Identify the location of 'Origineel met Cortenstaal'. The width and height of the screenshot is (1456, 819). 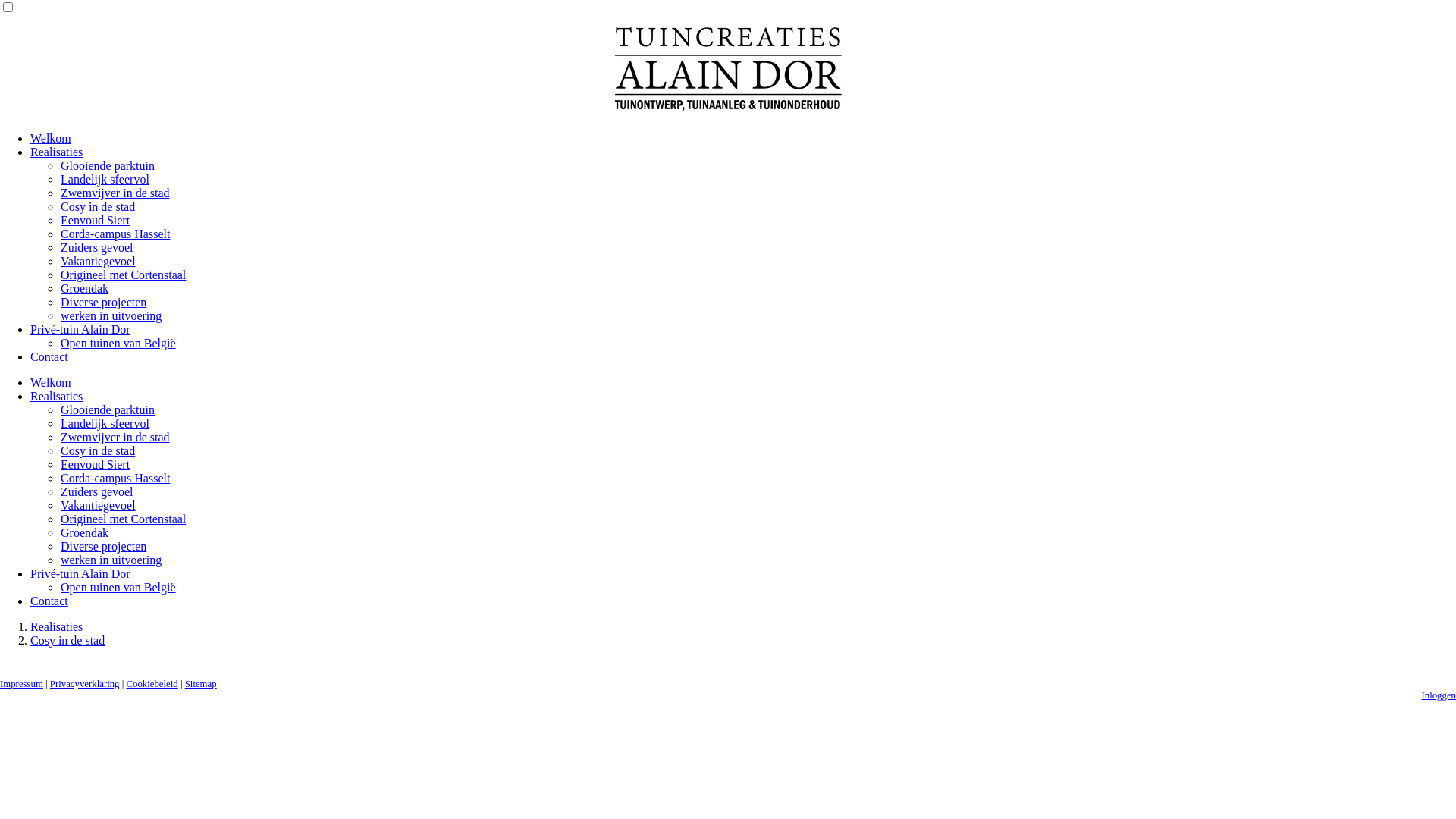
(123, 518).